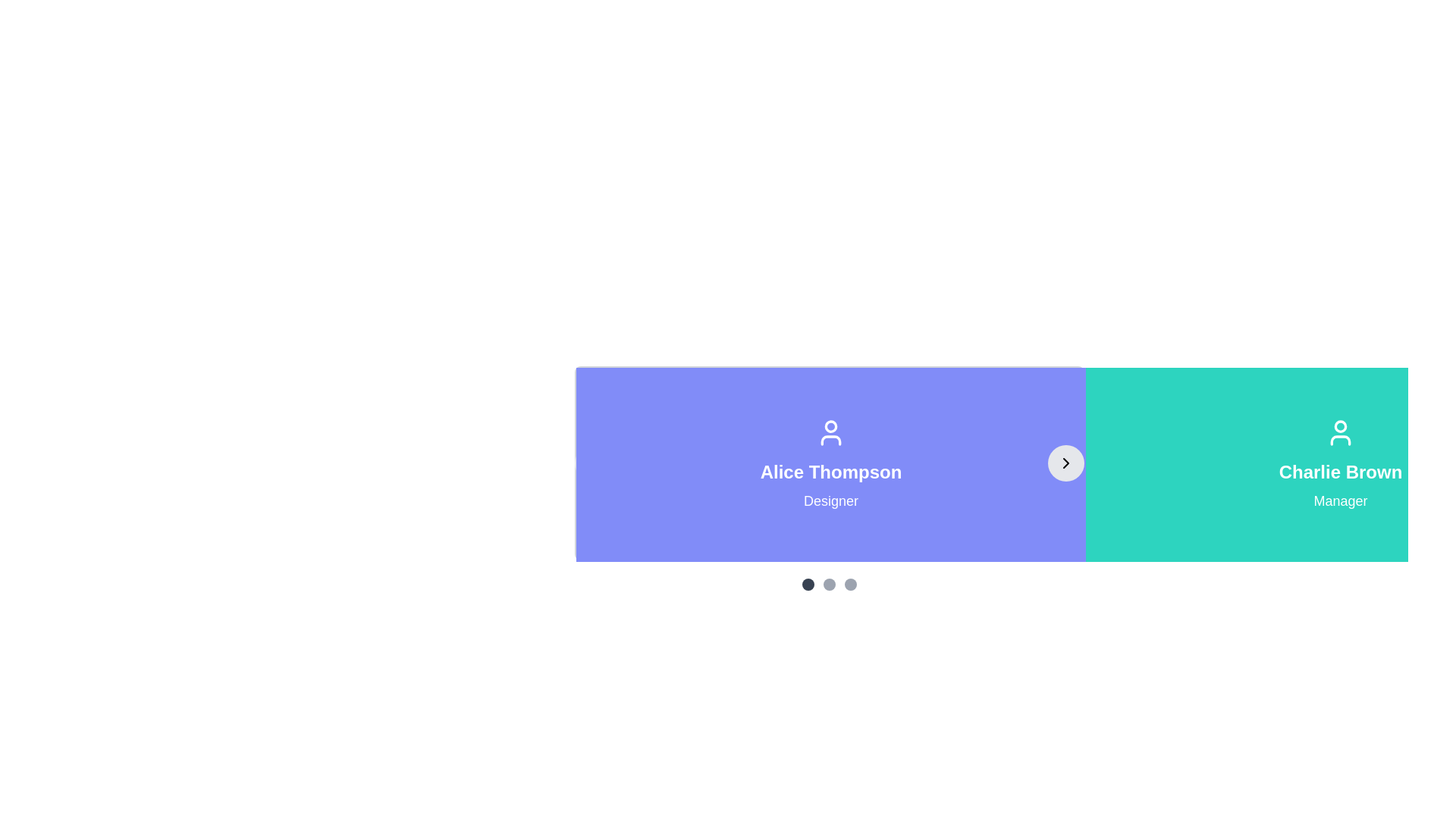  Describe the element at coordinates (829, 462) in the screenshot. I see `the user profile Card element` at that location.